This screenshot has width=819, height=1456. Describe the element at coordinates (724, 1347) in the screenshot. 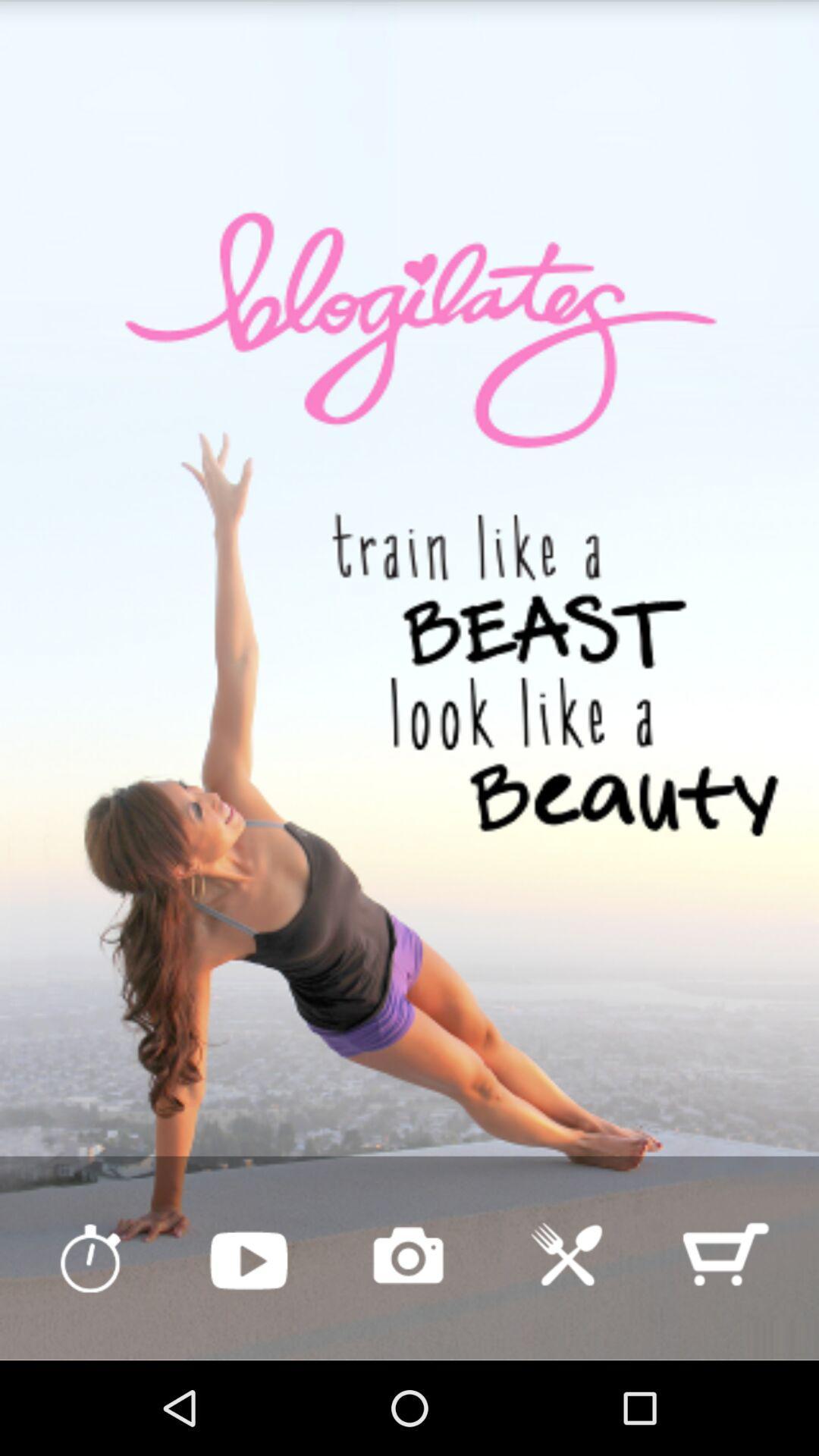

I see `the cart icon` at that location.